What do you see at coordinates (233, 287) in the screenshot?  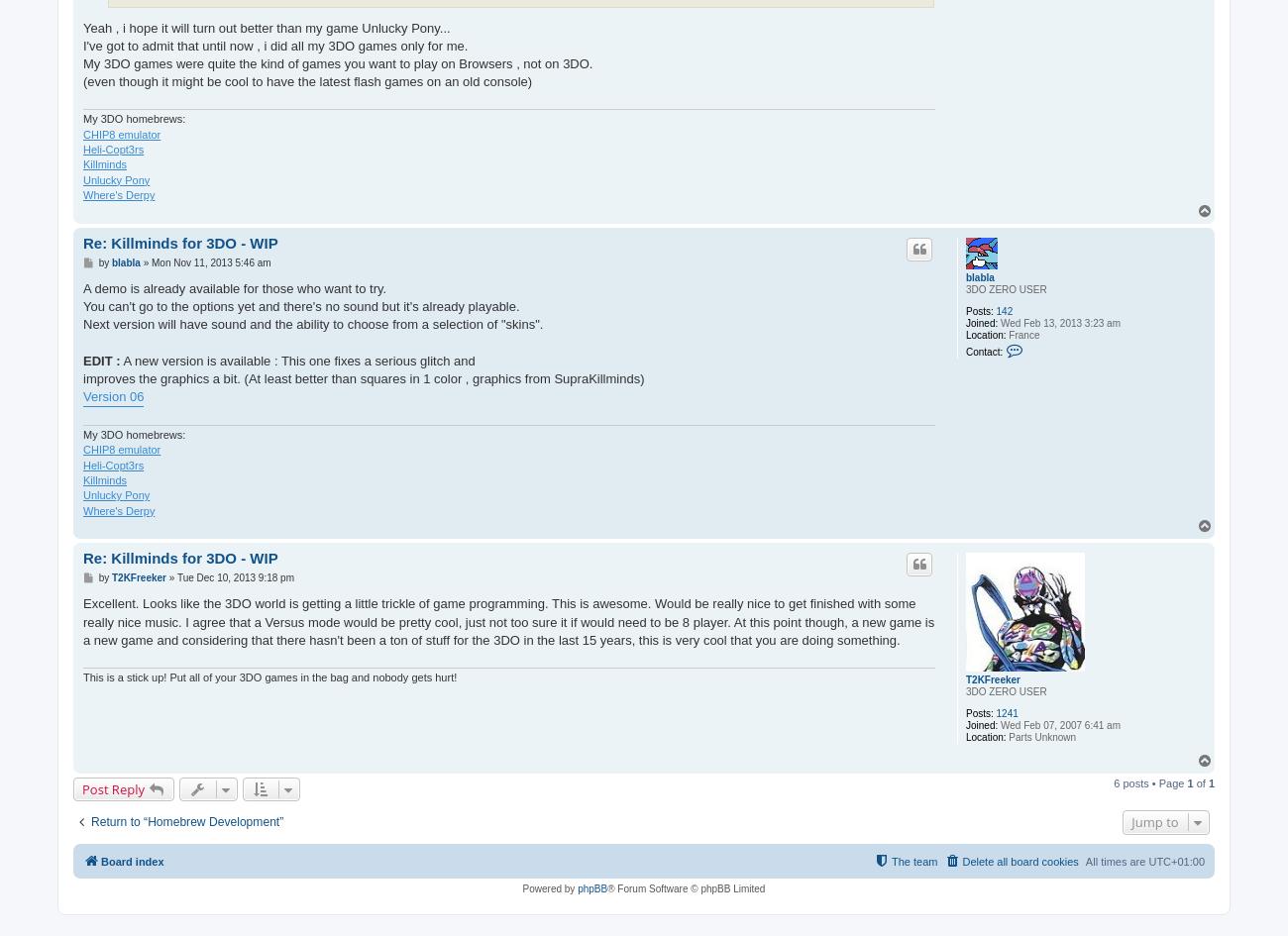 I see `'A demo is already available for those who want to try.'` at bounding box center [233, 287].